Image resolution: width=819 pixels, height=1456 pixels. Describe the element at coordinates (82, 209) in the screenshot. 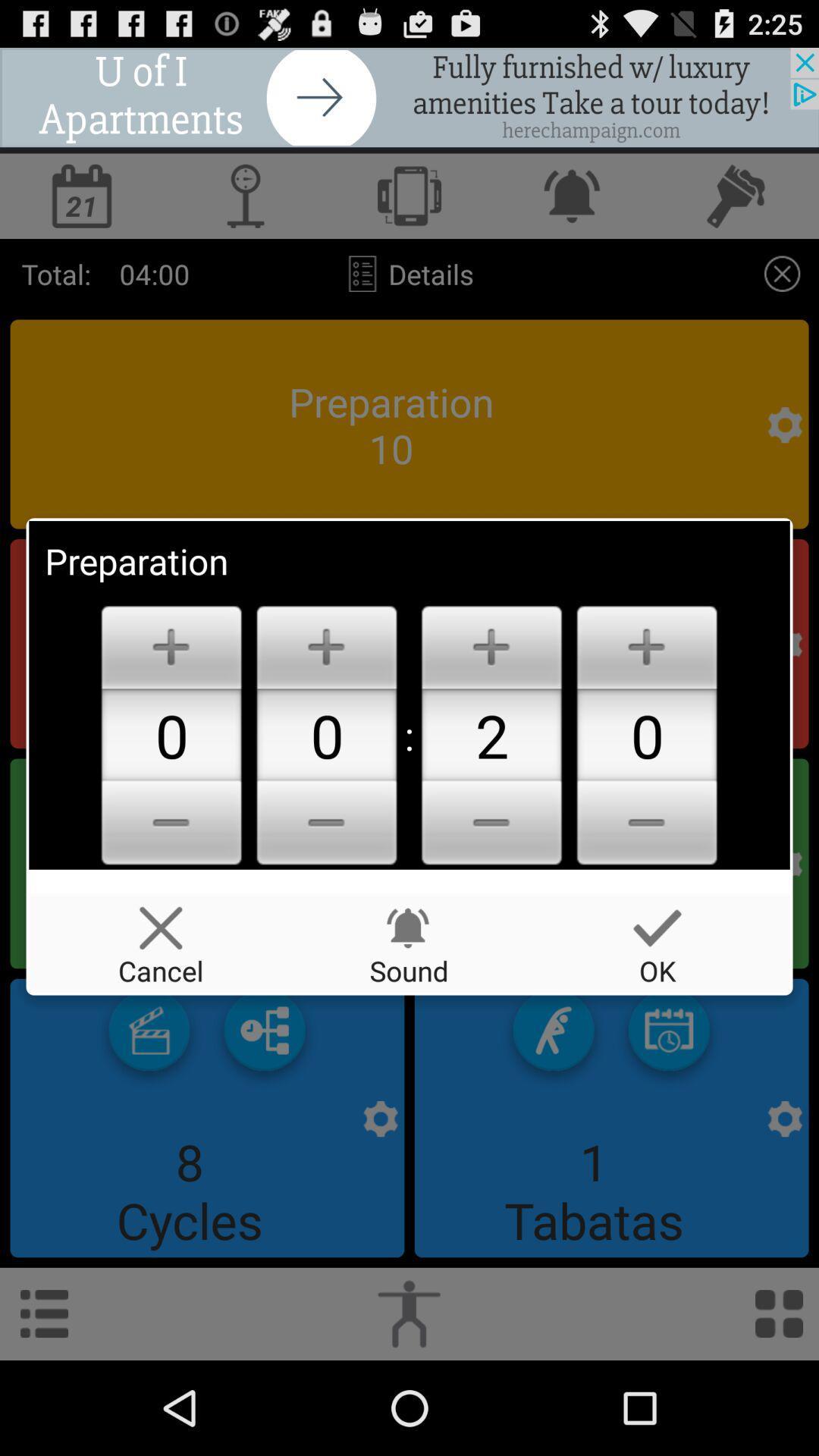

I see `the date_range icon` at that location.